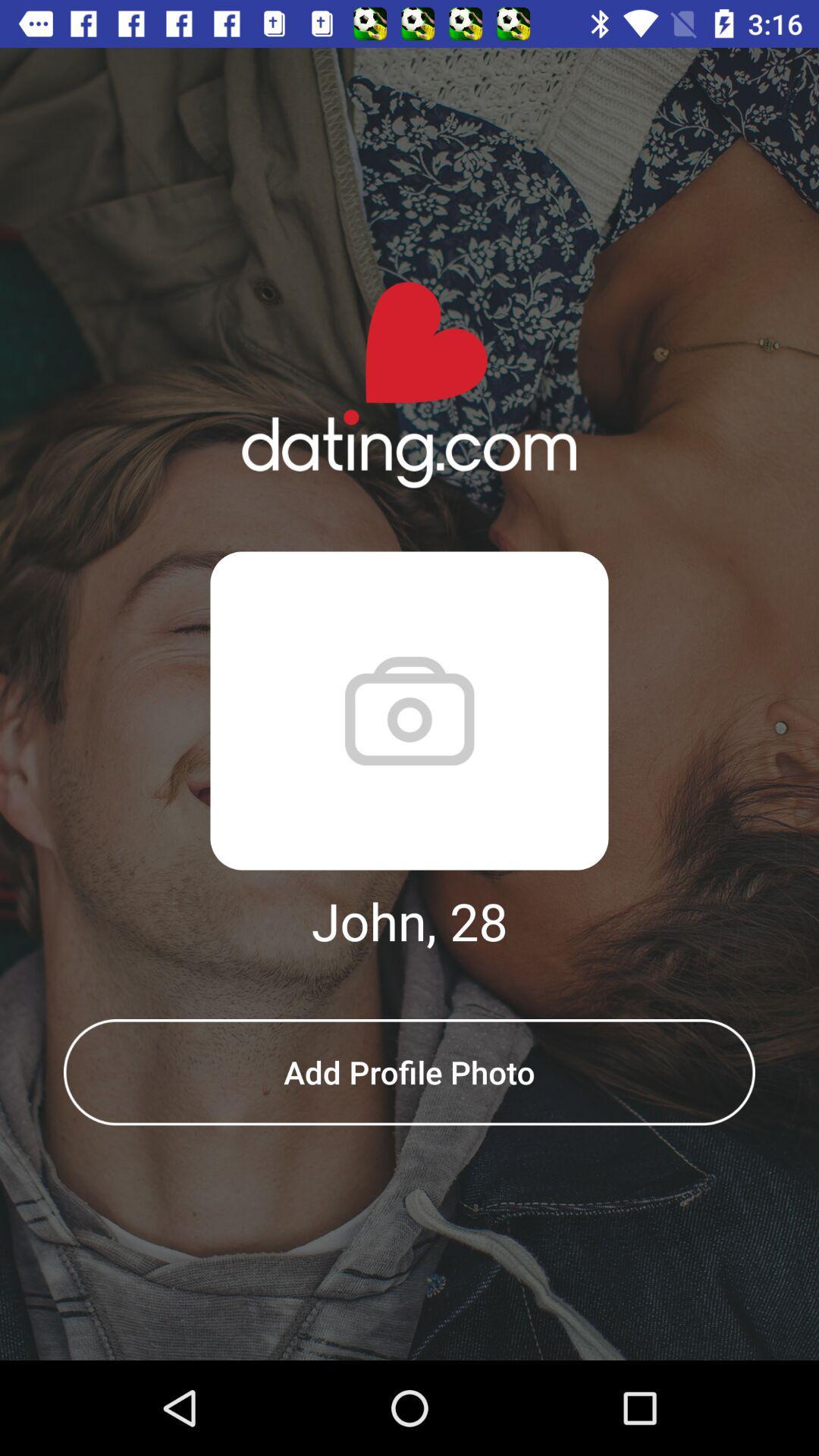 Image resolution: width=819 pixels, height=1456 pixels. Describe the element at coordinates (409, 710) in the screenshot. I see `camera` at that location.